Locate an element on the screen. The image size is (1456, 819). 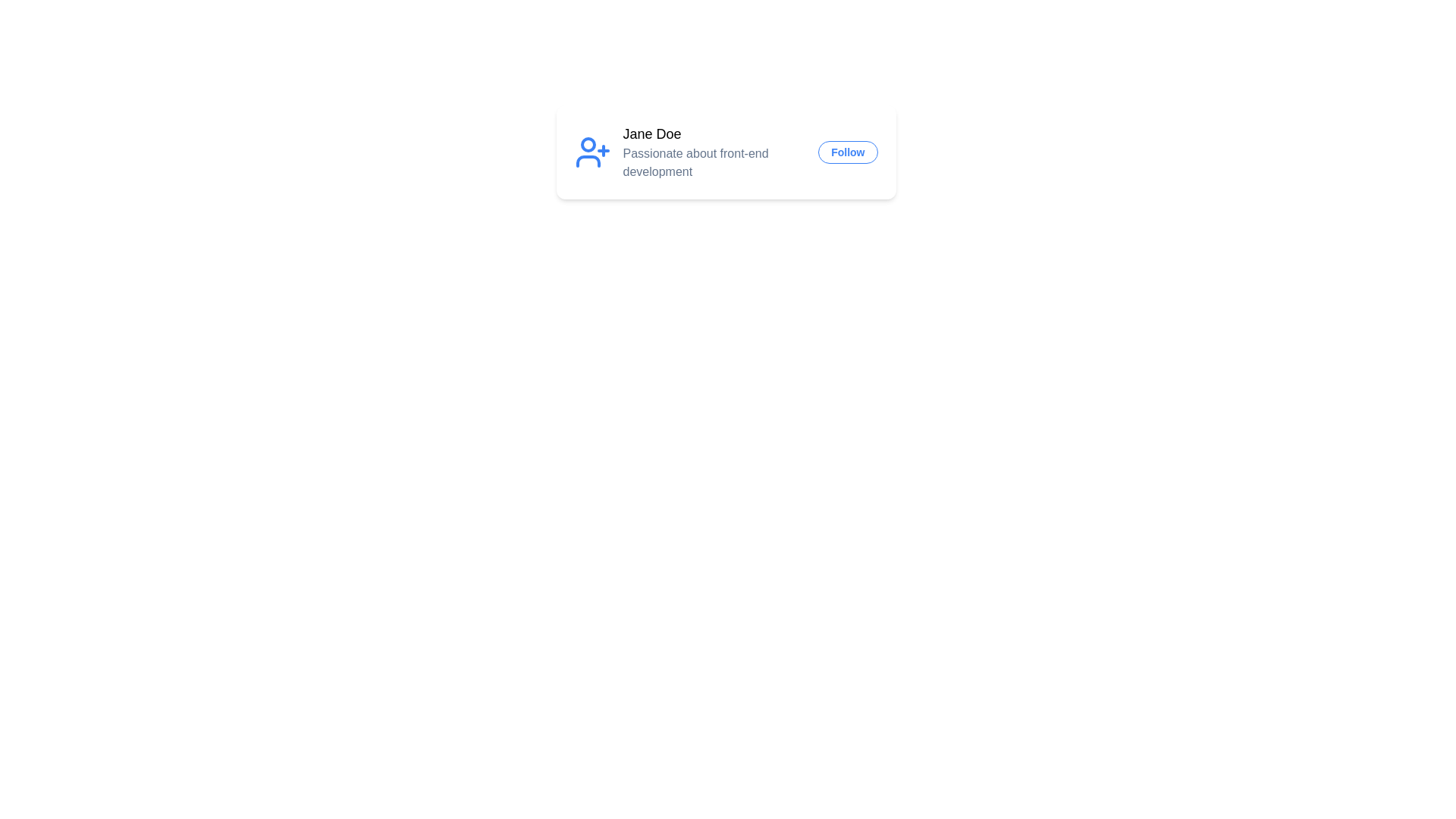
the circular graphical element representing a node within the SVG on the user information card is located at coordinates (587, 145).